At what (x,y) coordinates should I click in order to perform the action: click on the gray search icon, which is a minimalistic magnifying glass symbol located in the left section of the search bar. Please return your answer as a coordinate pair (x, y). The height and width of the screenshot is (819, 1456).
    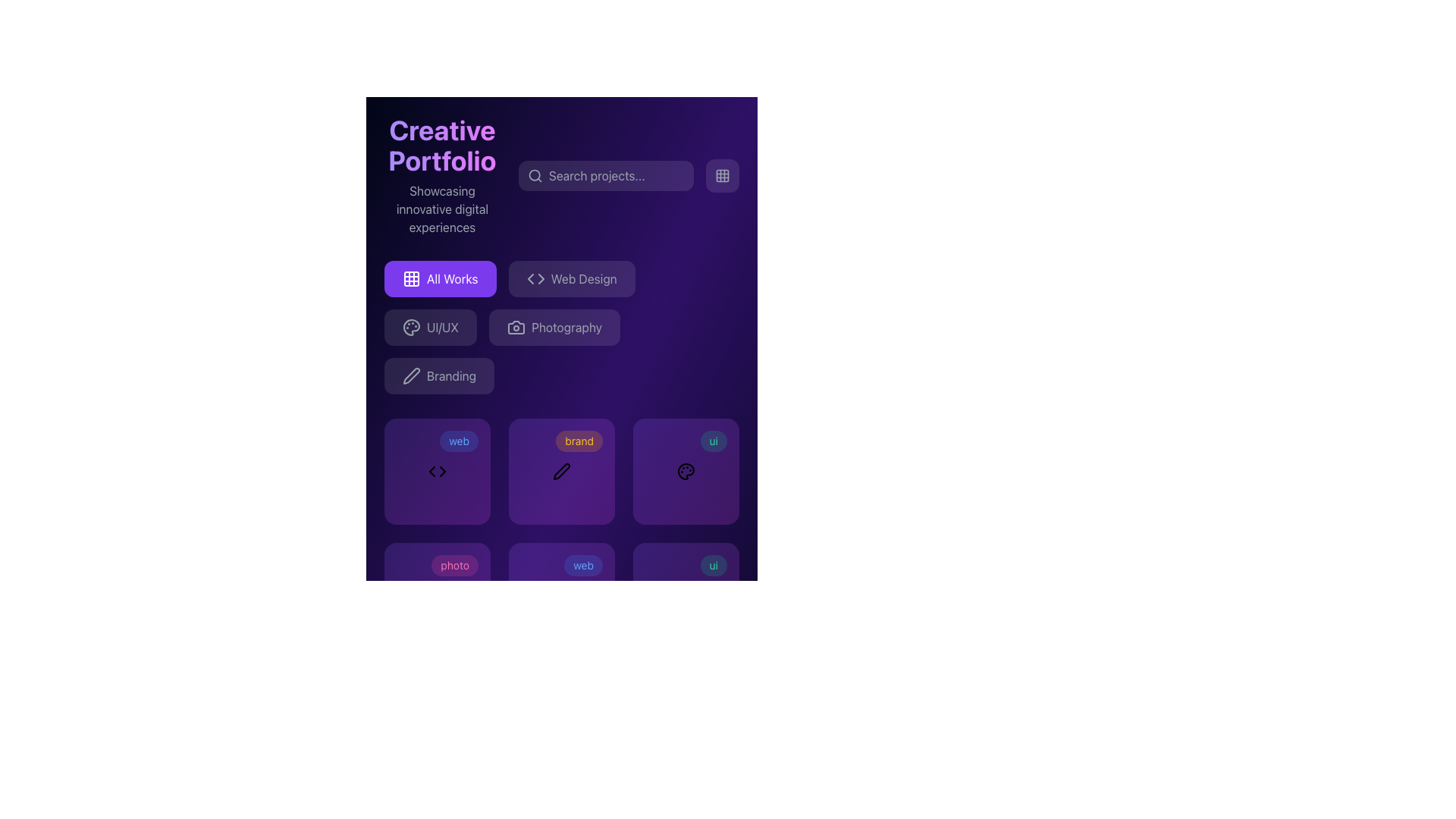
    Looking at the image, I should click on (535, 174).